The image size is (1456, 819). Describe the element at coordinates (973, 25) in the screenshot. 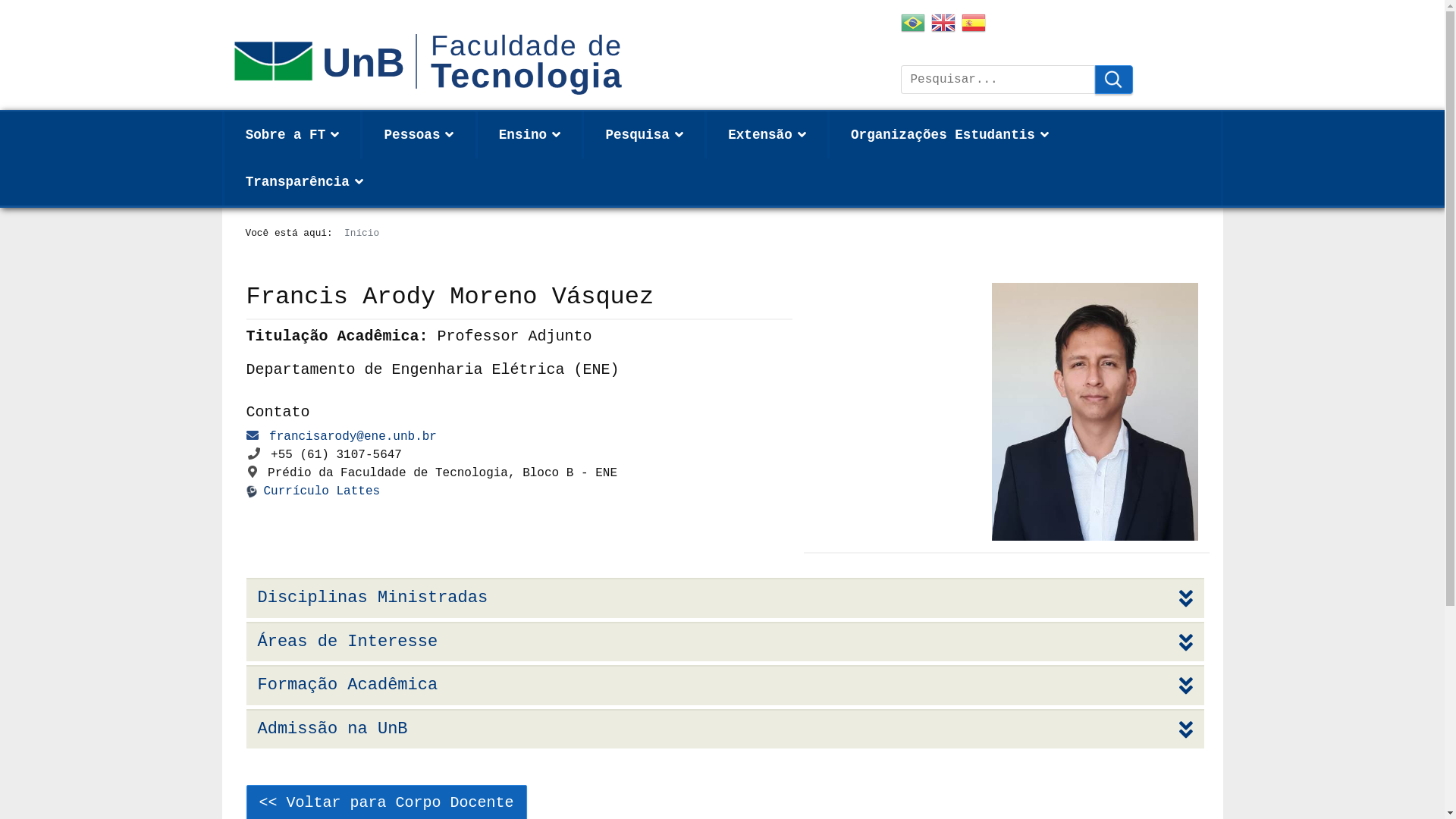

I see `'Spanish'` at that location.